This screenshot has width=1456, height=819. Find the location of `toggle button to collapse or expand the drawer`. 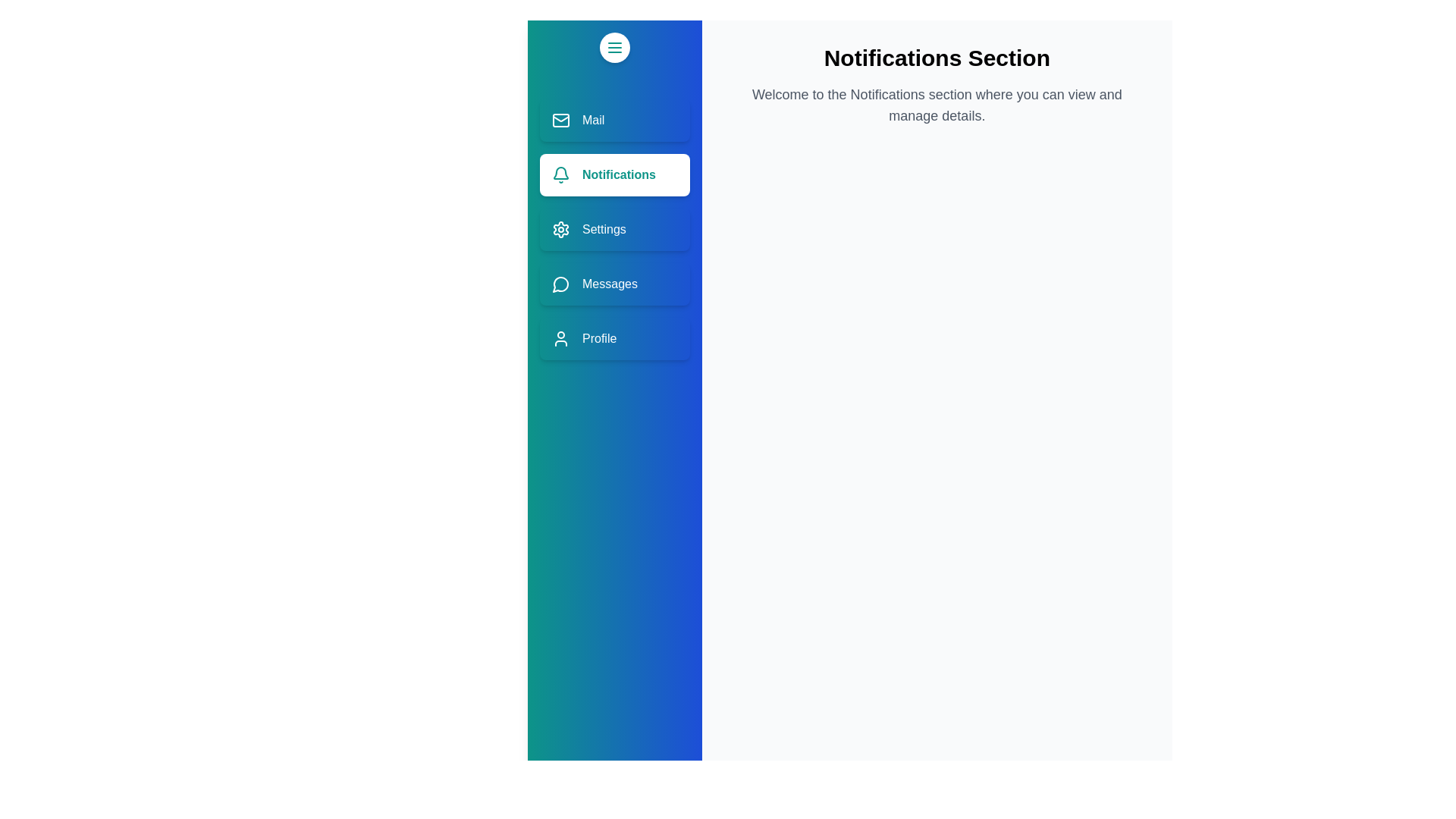

toggle button to collapse or expand the drawer is located at coordinates (614, 46).